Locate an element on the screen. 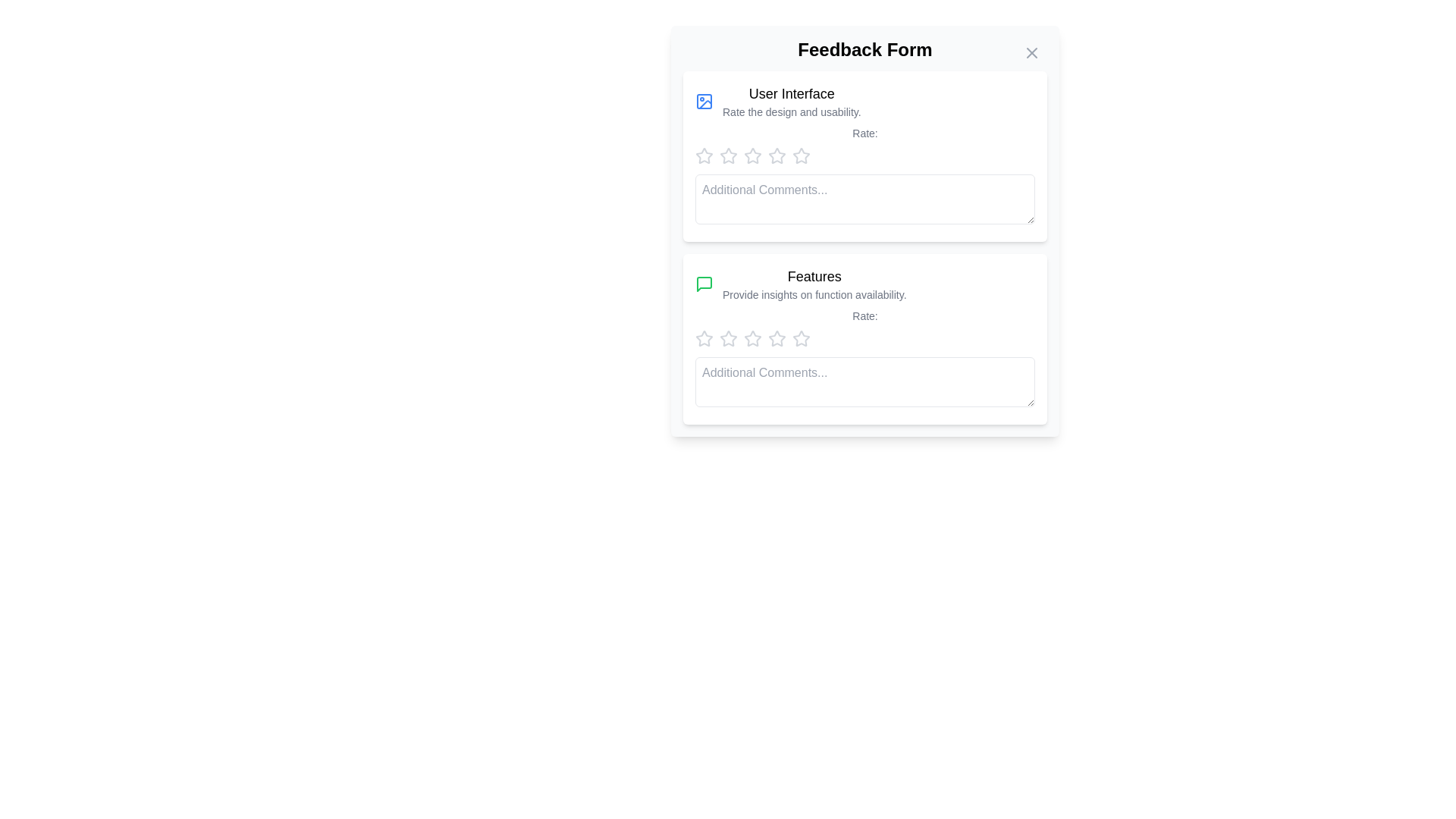 The height and width of the screenshot is (819, 1456). the Text Label that serves as a heading for the subsection, positioned to the right of a green icon and above a descriptive text starting with 'Provide insights...' is located at coordinates (814, 277).